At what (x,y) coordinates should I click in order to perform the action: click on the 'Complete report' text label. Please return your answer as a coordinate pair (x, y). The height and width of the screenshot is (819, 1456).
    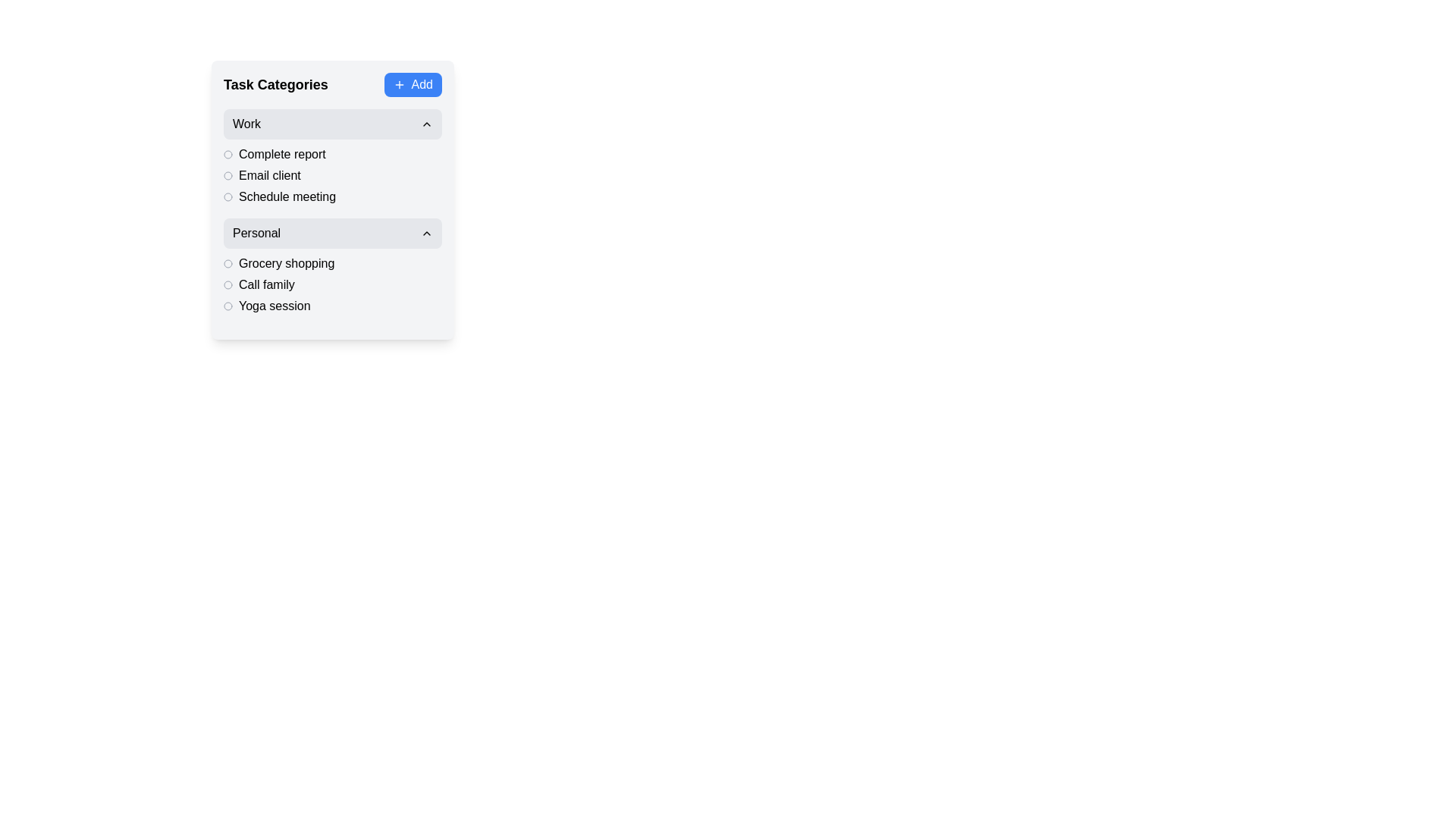
    Looking at the image, I should click on (282, 155).